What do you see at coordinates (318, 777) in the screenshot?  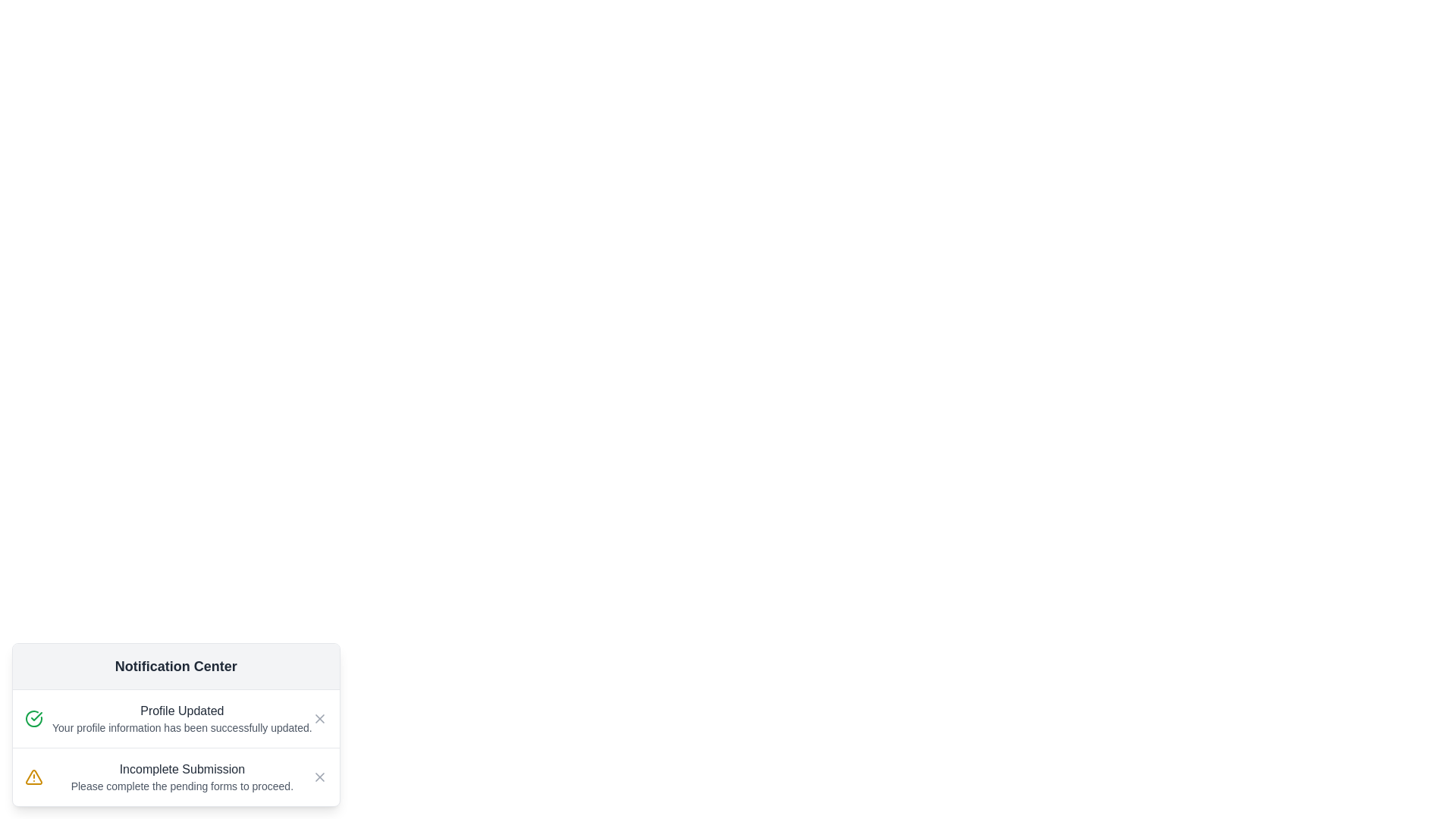 I see `the dismiss button located at the right end of the 'Incomplete Submission' notification to change its appearance` at bounding box center [318, 777].